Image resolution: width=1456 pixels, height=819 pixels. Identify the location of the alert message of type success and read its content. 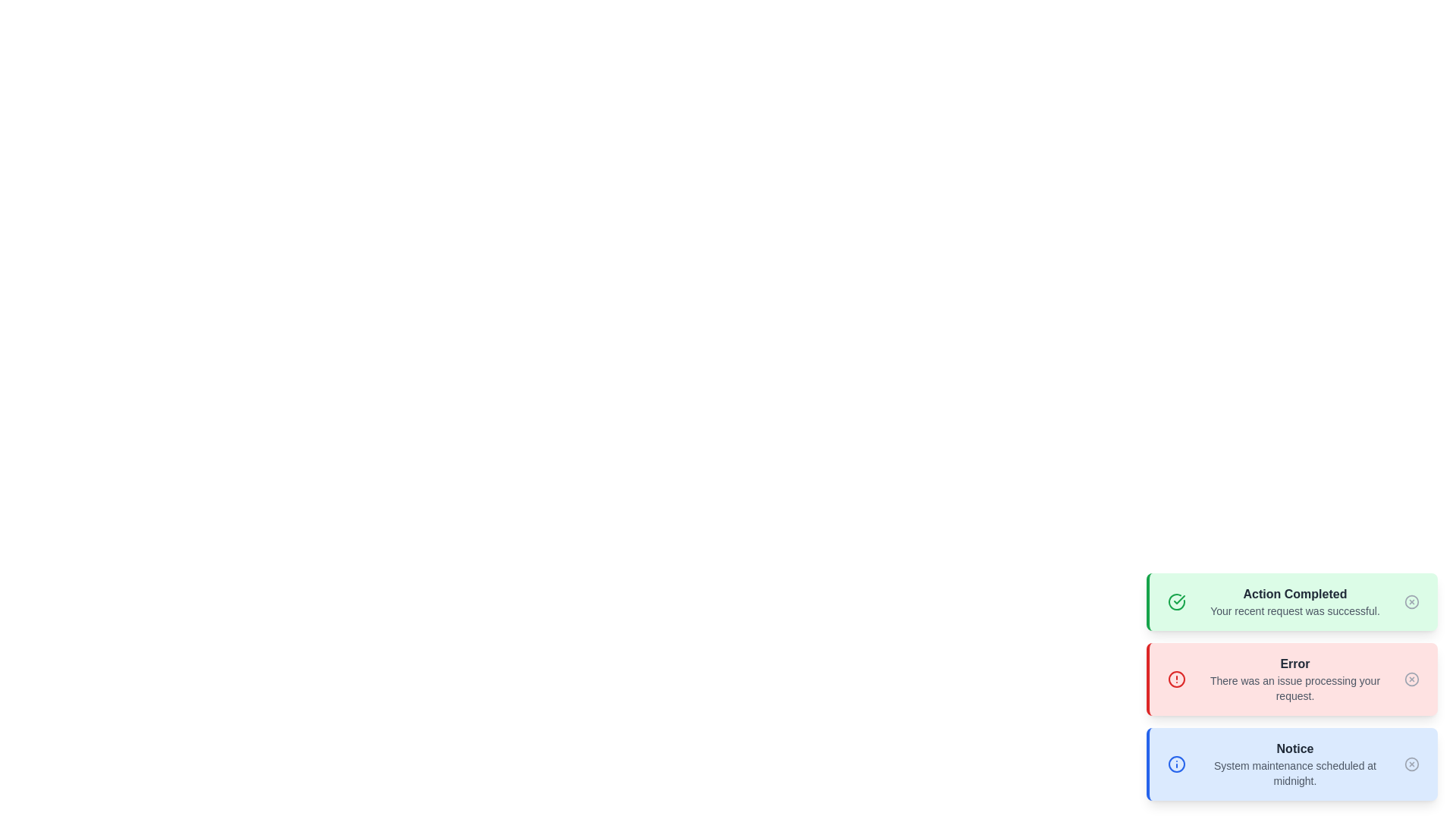
(1291, 601).